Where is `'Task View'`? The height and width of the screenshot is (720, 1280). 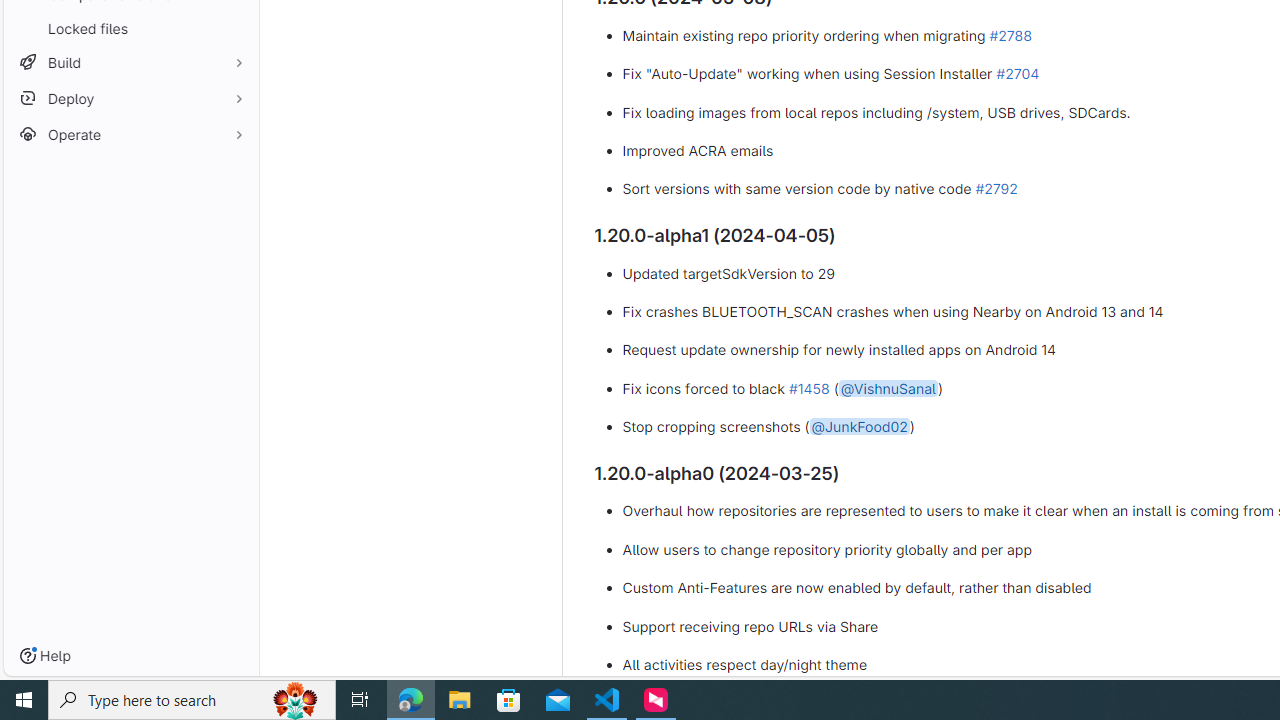 'Task View' is located at coordinates (359, 698).